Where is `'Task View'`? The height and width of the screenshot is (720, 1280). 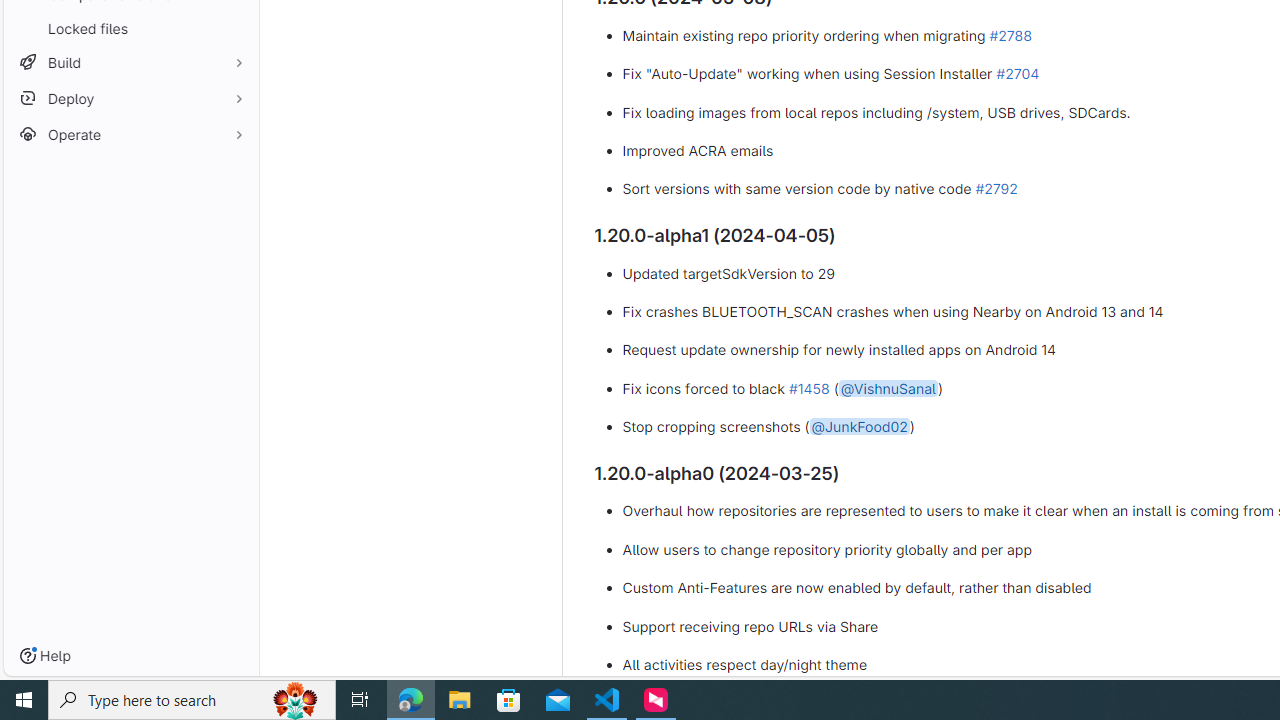 'Task View' is located at coordinates (359, 698).